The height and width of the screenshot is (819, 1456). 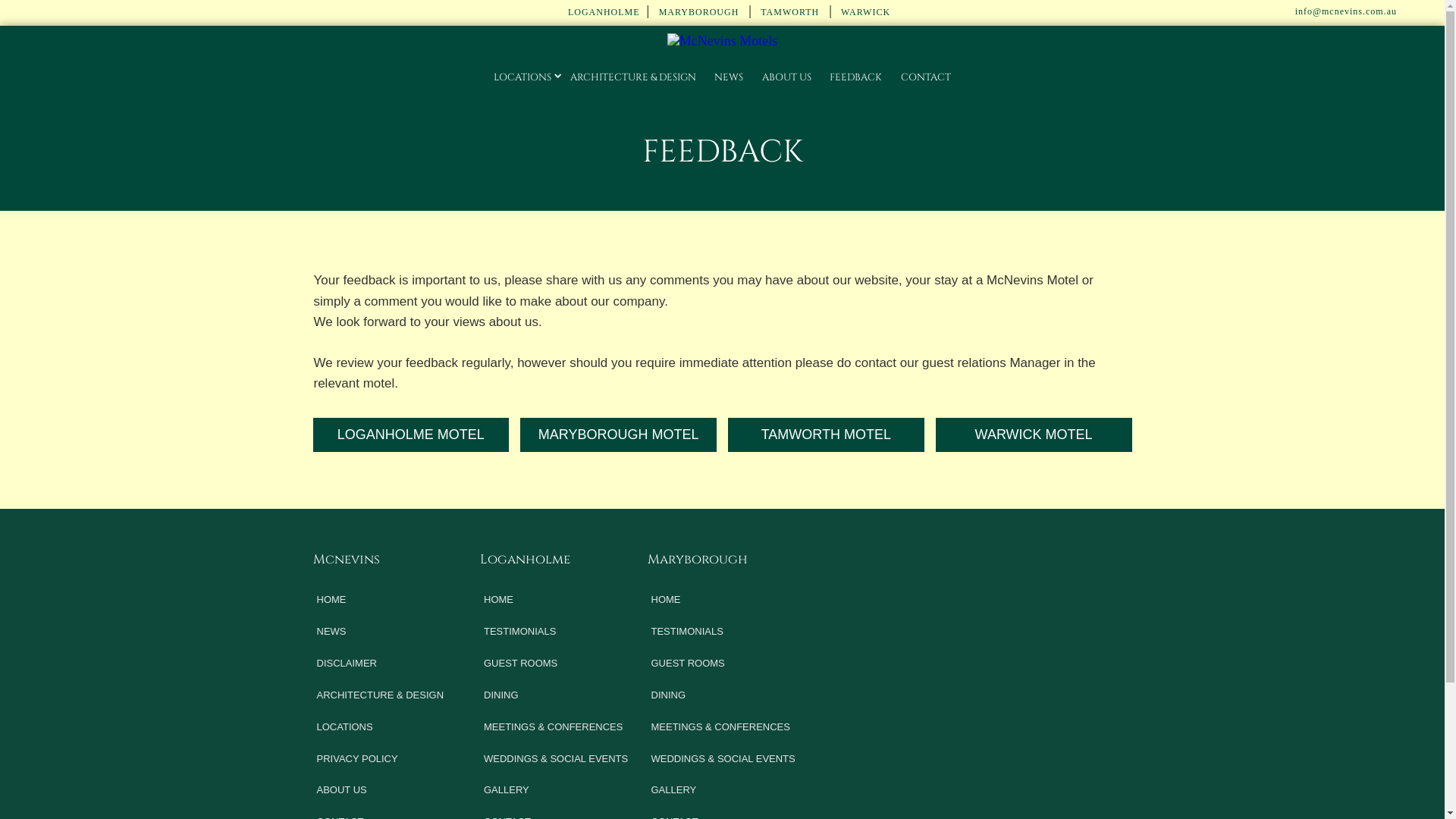 What do you see at coordinates (563, 726) in the screenshot?
I see `'MEETINGS & CONFERENCES'` at bounding box center [563, 726].